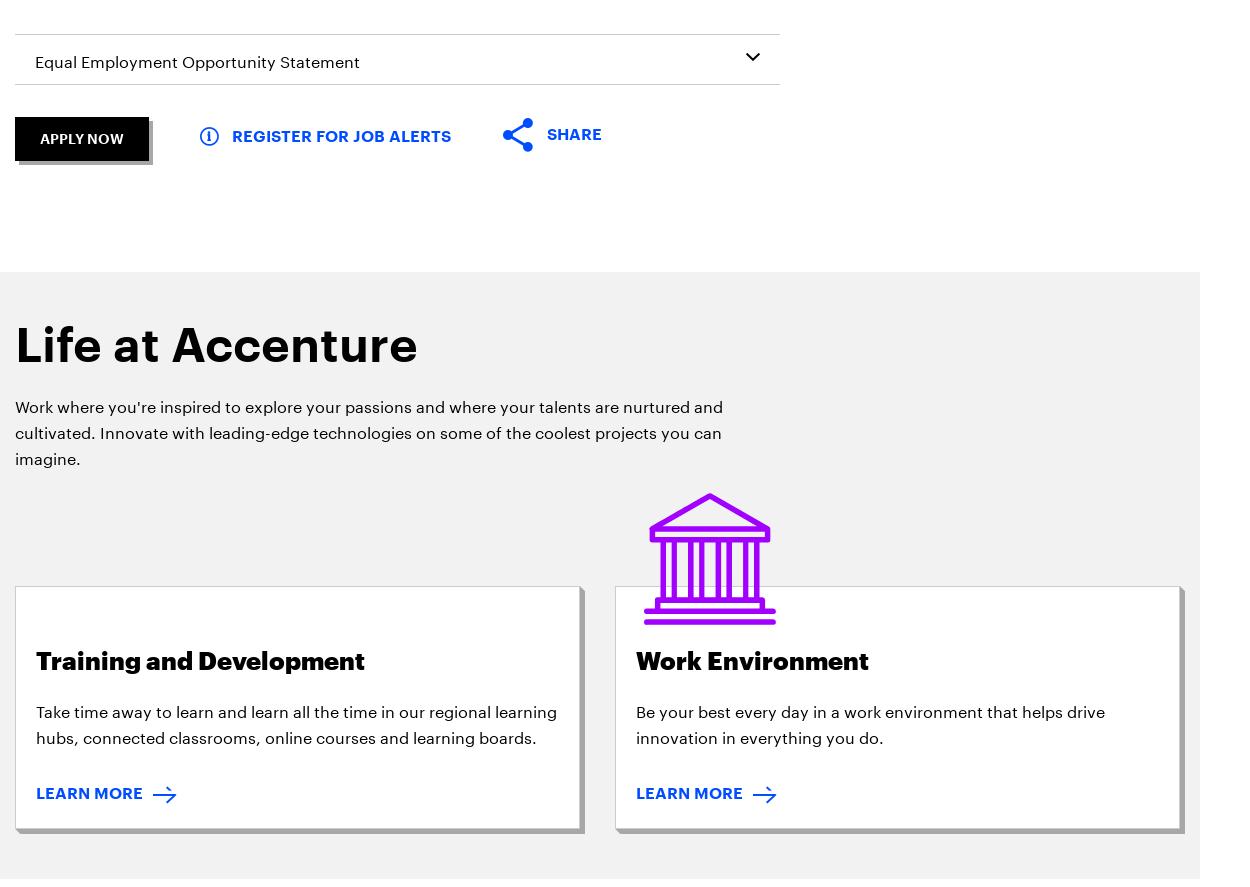 Image resolution: width=1250 pixels, height=887 pixels. I want to click on 'Sitemap', so click(662, 382).